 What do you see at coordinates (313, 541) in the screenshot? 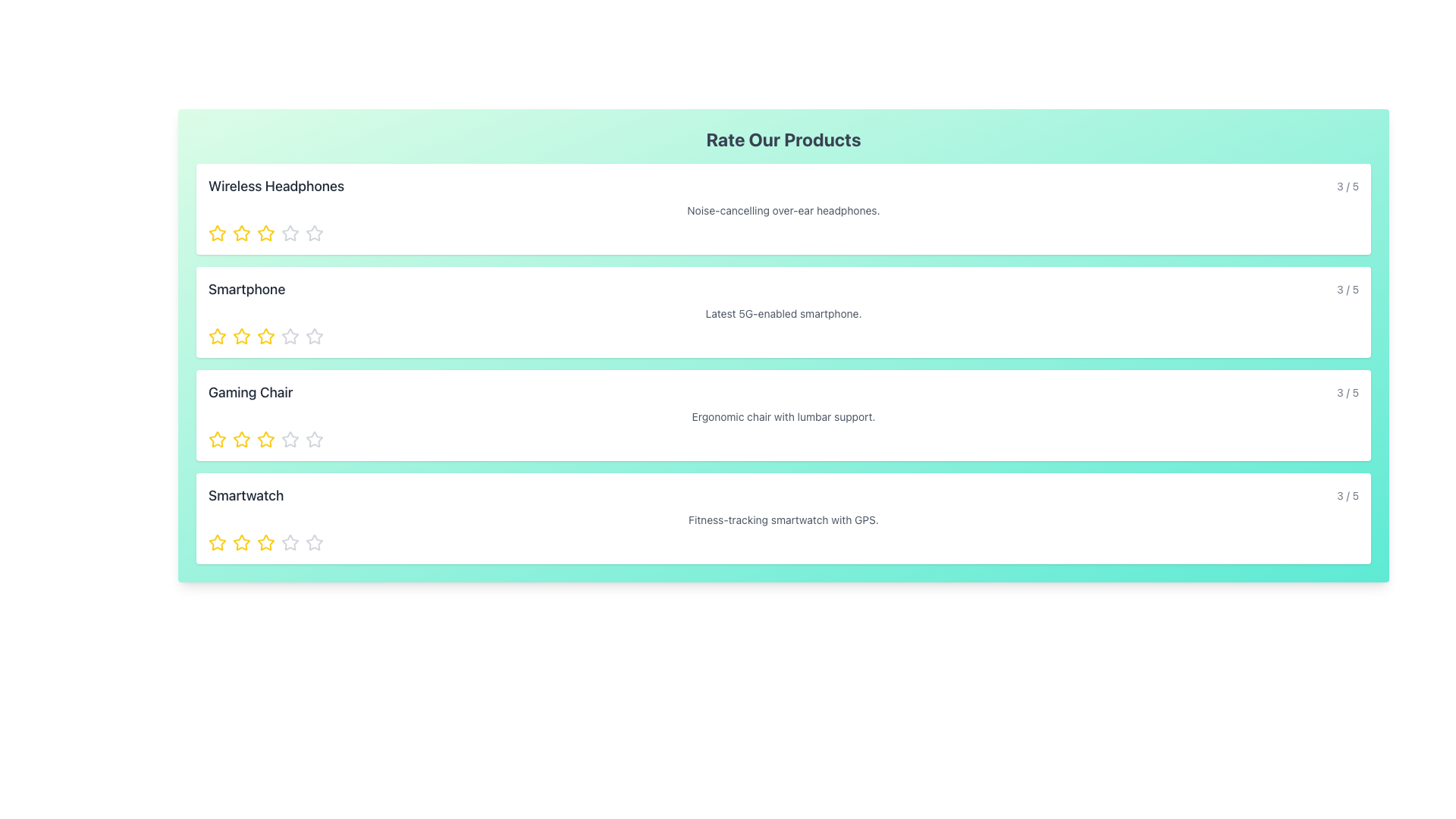
I see `the fifth star-shaped rating icon in the row under the 'Smartwatch' product segment` at bounding box center [313, 541].